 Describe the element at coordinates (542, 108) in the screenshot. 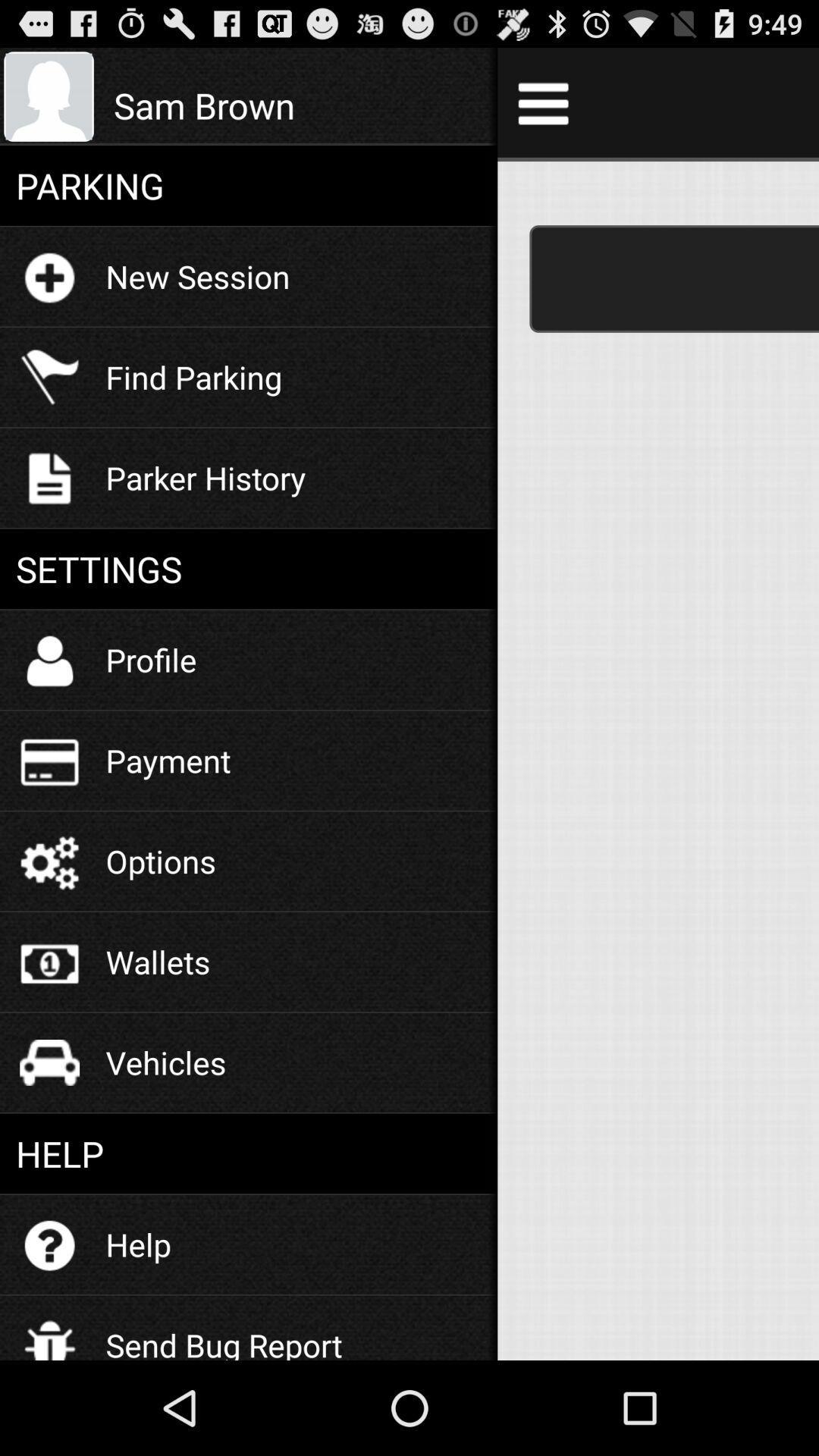

I see `the menu icon` at that location.